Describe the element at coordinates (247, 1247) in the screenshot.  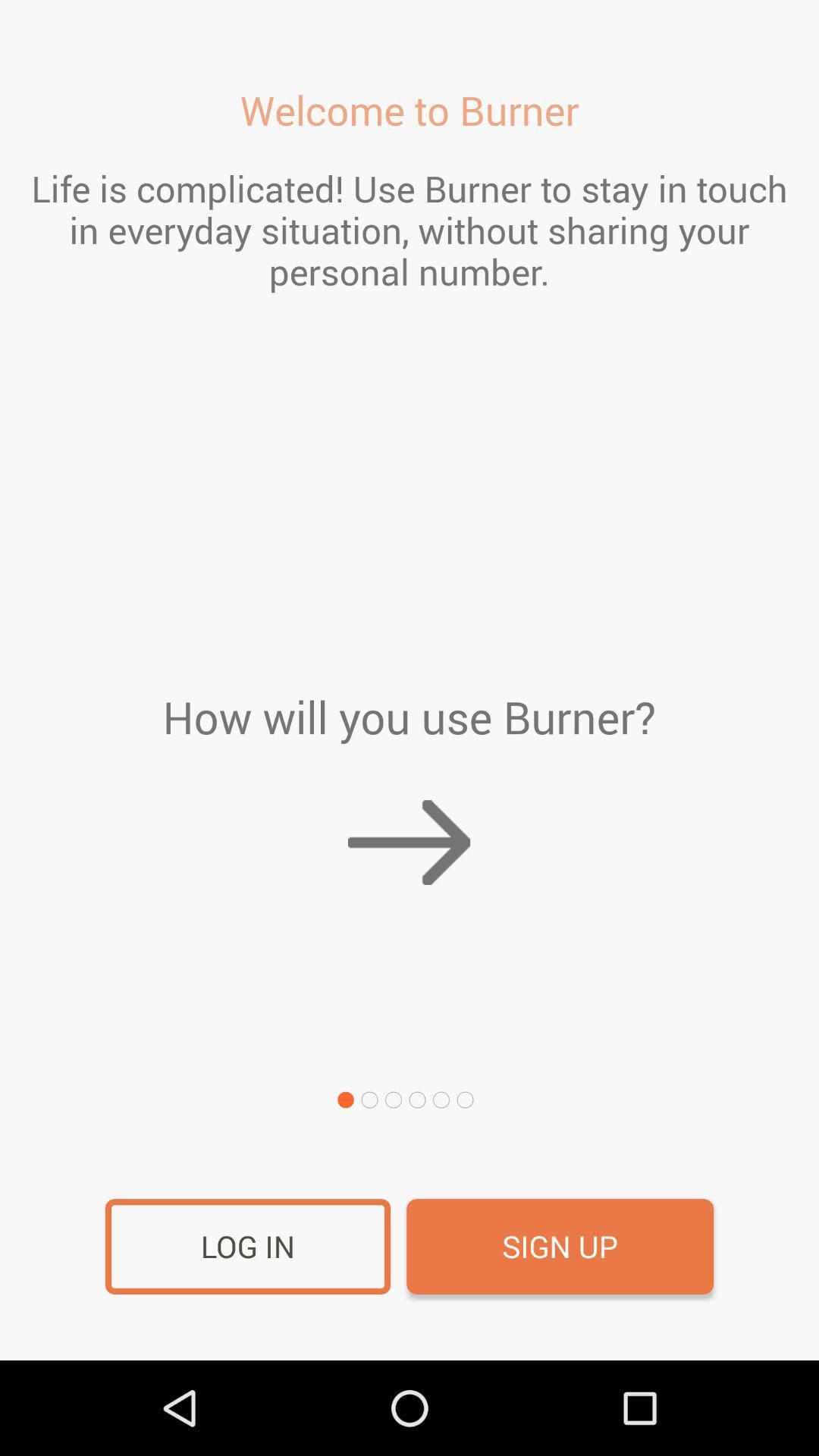
I see `the log in icon` at that location.